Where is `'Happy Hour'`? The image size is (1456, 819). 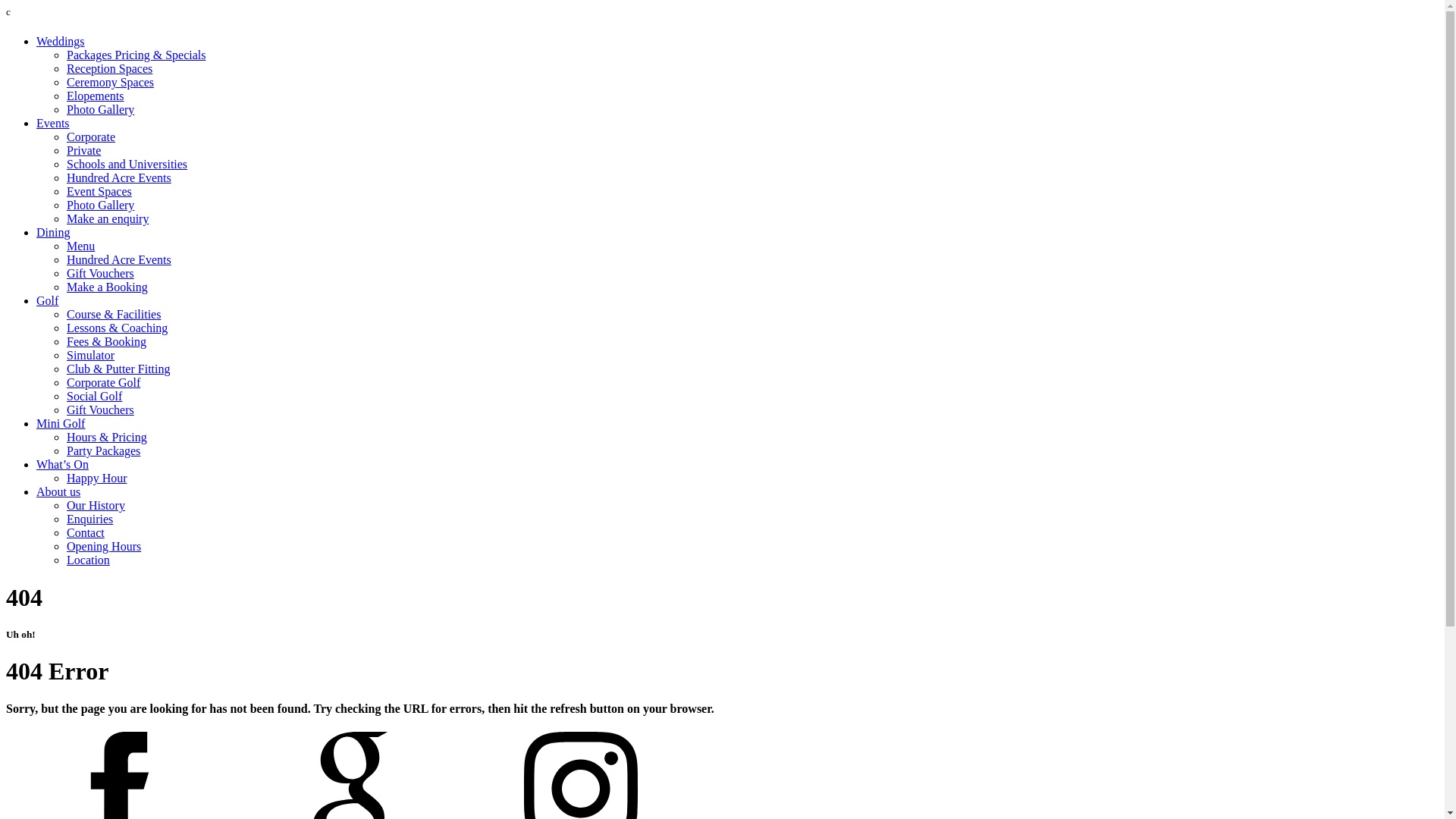 'Happy Hour' is located at coordinates (96, 478).